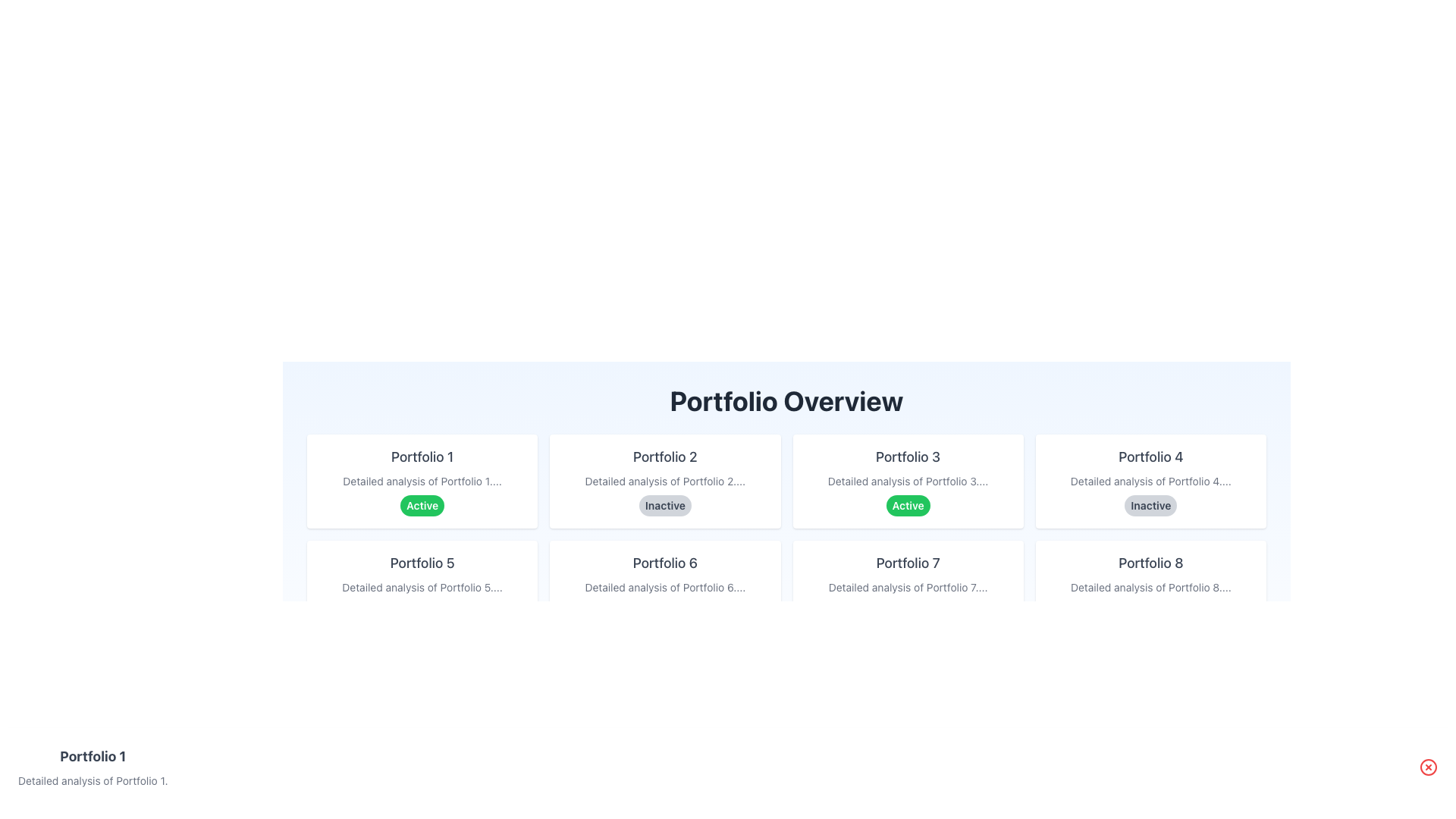  I want to click on the Status Indicator which is a green, rounded rectangle displaying the word 'Active' in bold, white text, located at the bottom of the card labeled 'Portfolio 3', so click(908, 506).